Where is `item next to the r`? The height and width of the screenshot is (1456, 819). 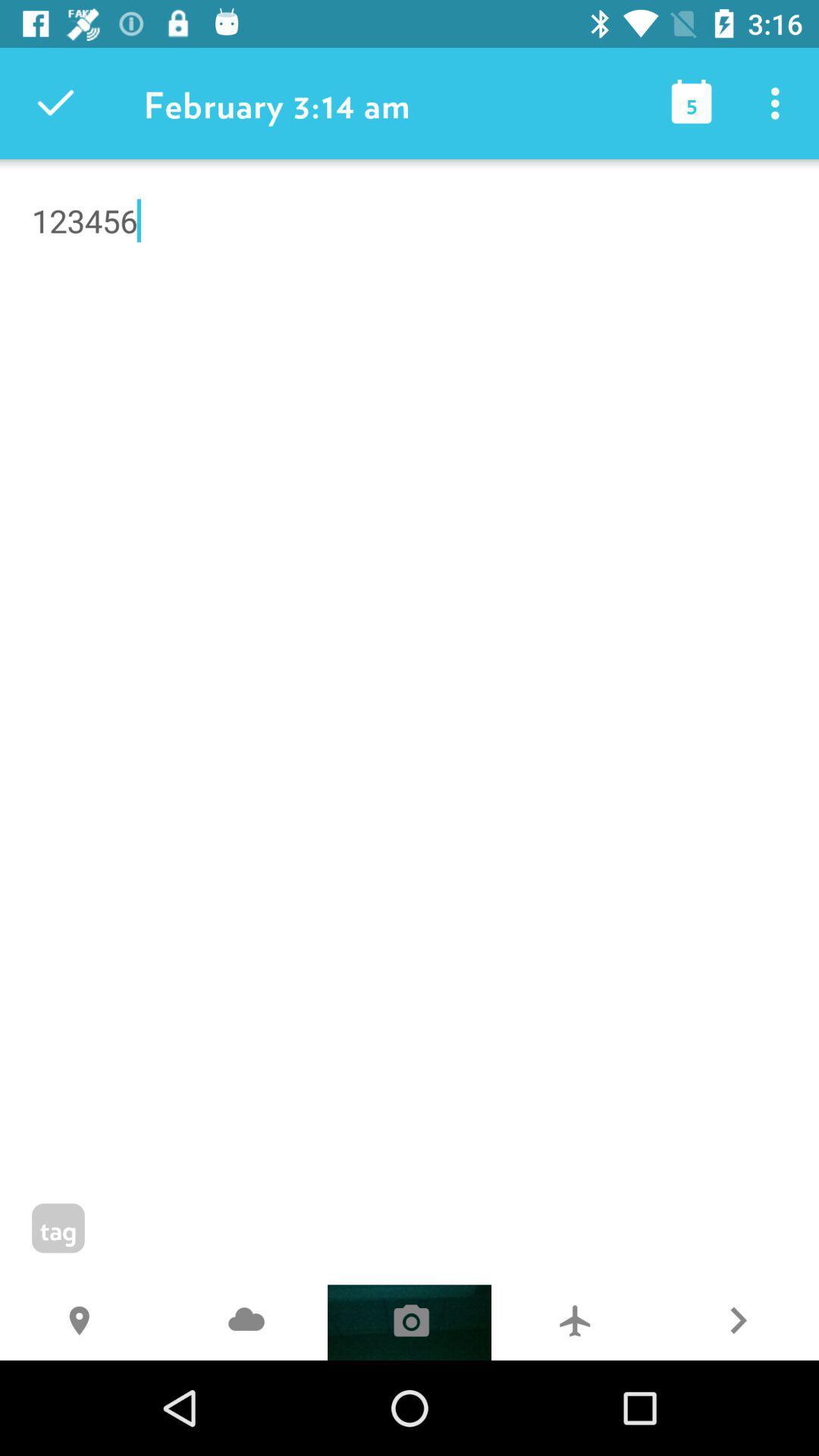
item next to the r is located at coordinates (573, 1322).